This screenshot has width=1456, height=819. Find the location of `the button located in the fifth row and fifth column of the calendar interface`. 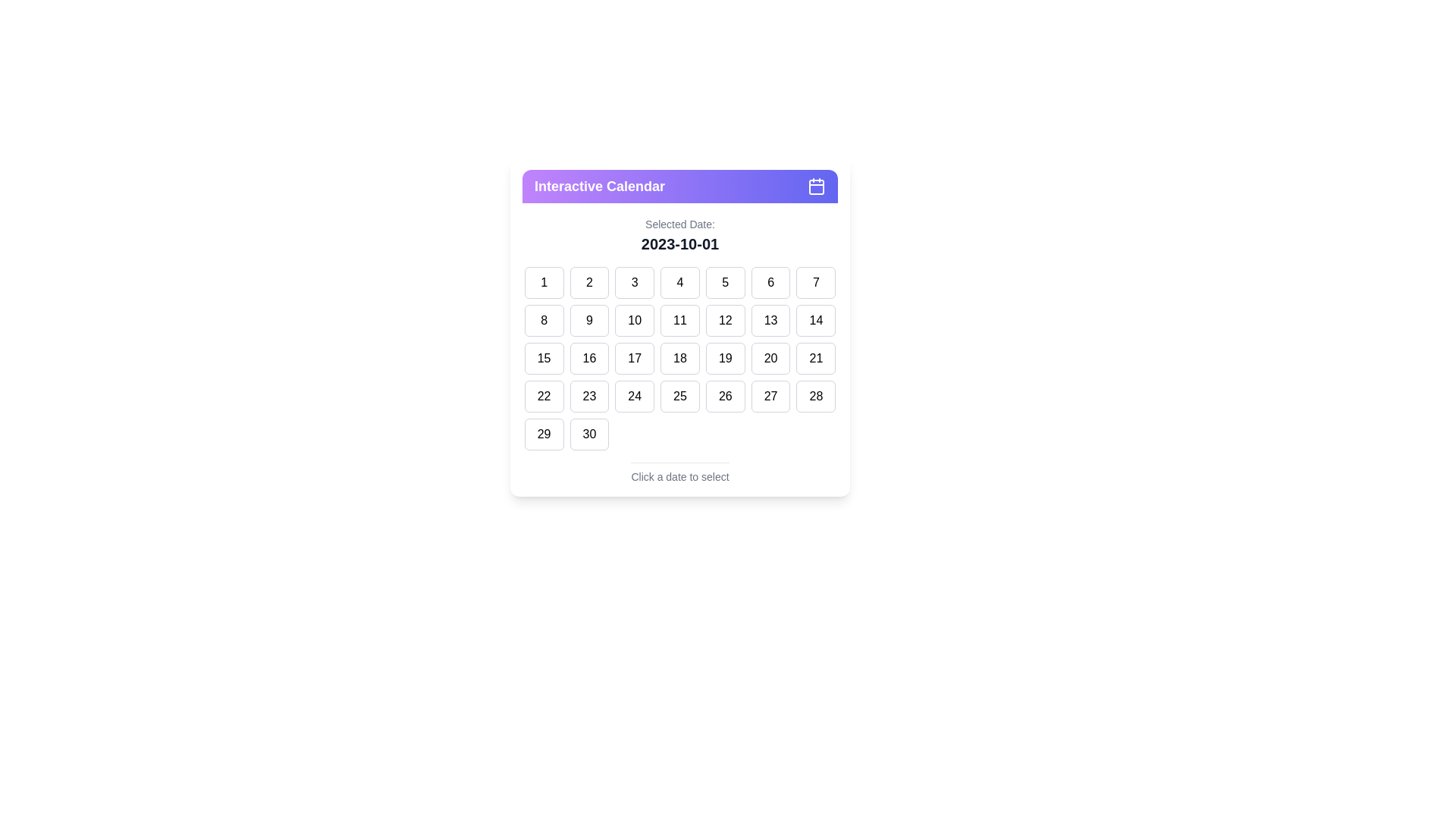

the button located in the fifth row and fifth column of the calendar interface is located at coordinates (724, 396).